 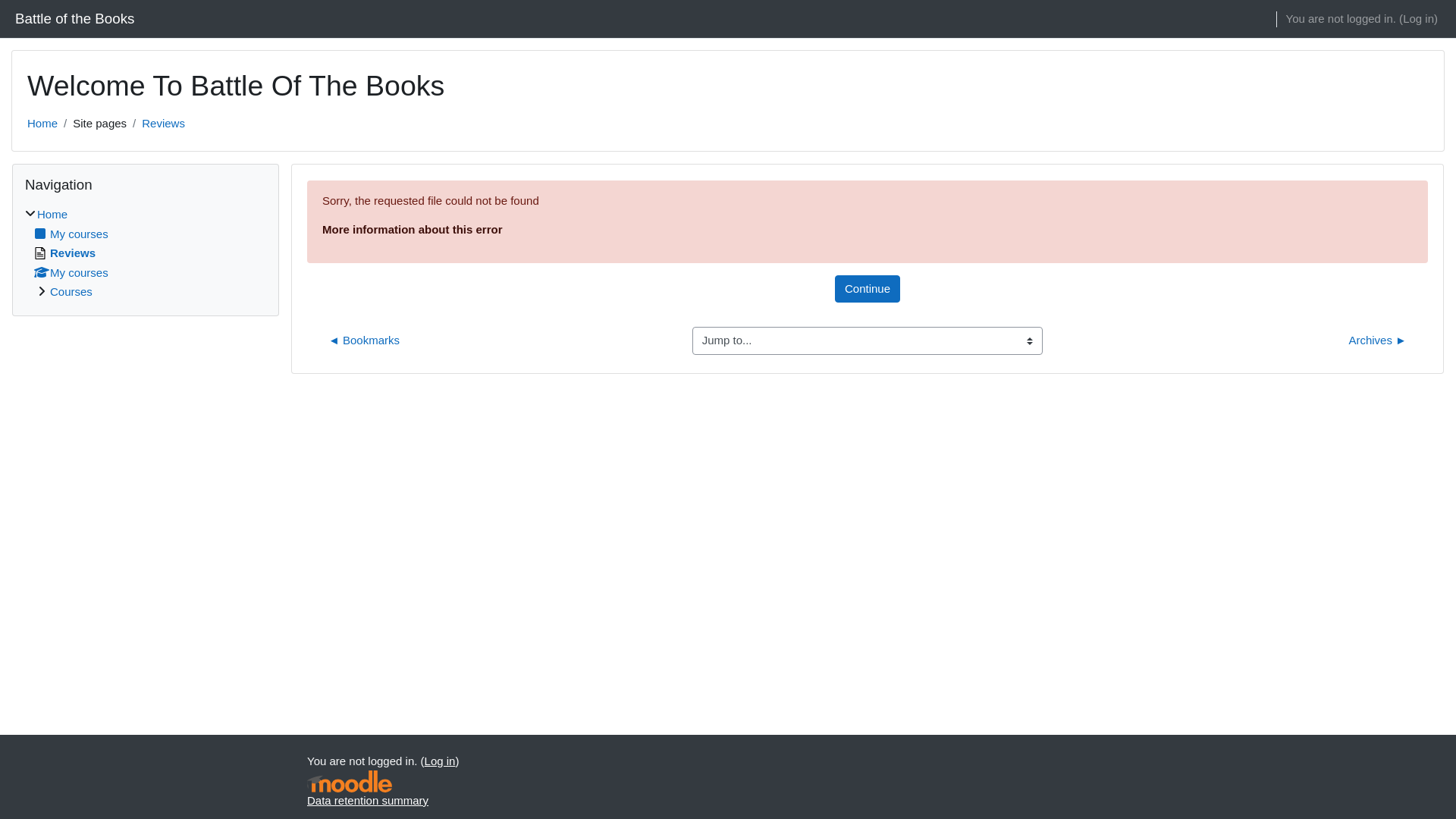 I want to click on 'More information about this error', so click(x=412, y=229).